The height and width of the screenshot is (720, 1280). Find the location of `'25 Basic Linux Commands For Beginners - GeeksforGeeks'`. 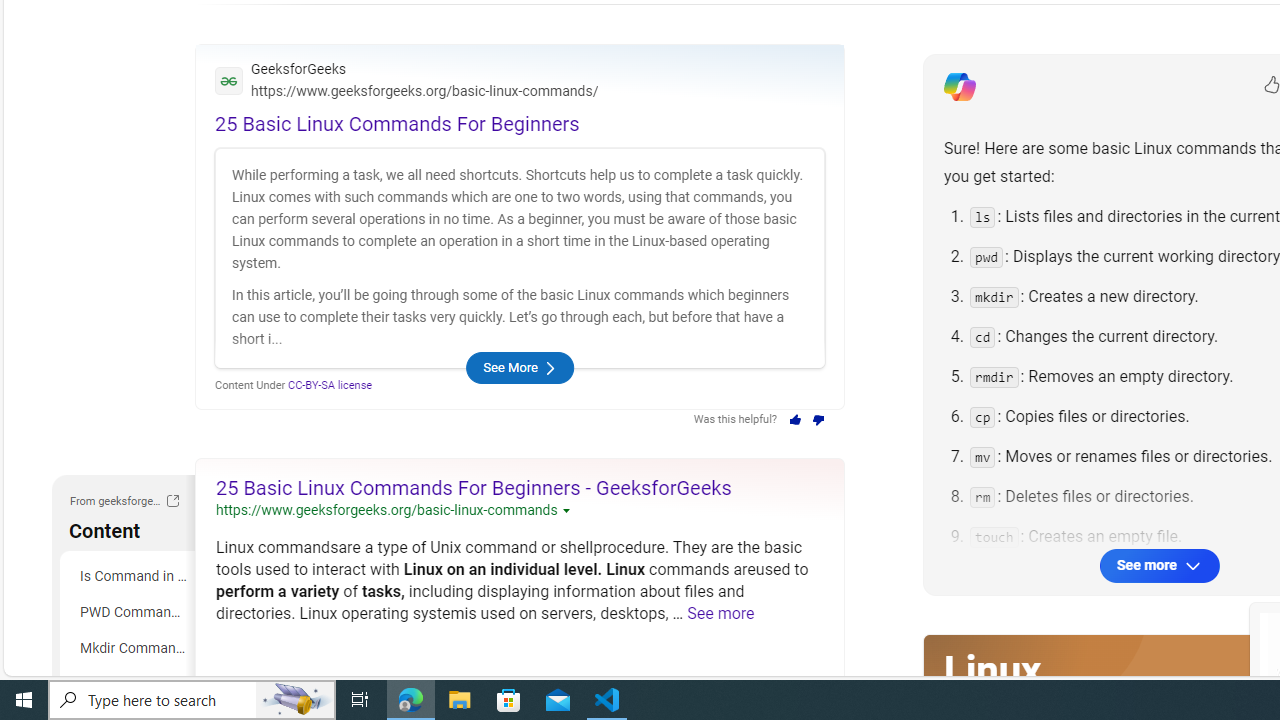

'25 Basic Linux Commands For Beginners - GeeksforGeeks' is located at coordinates (473, 487).